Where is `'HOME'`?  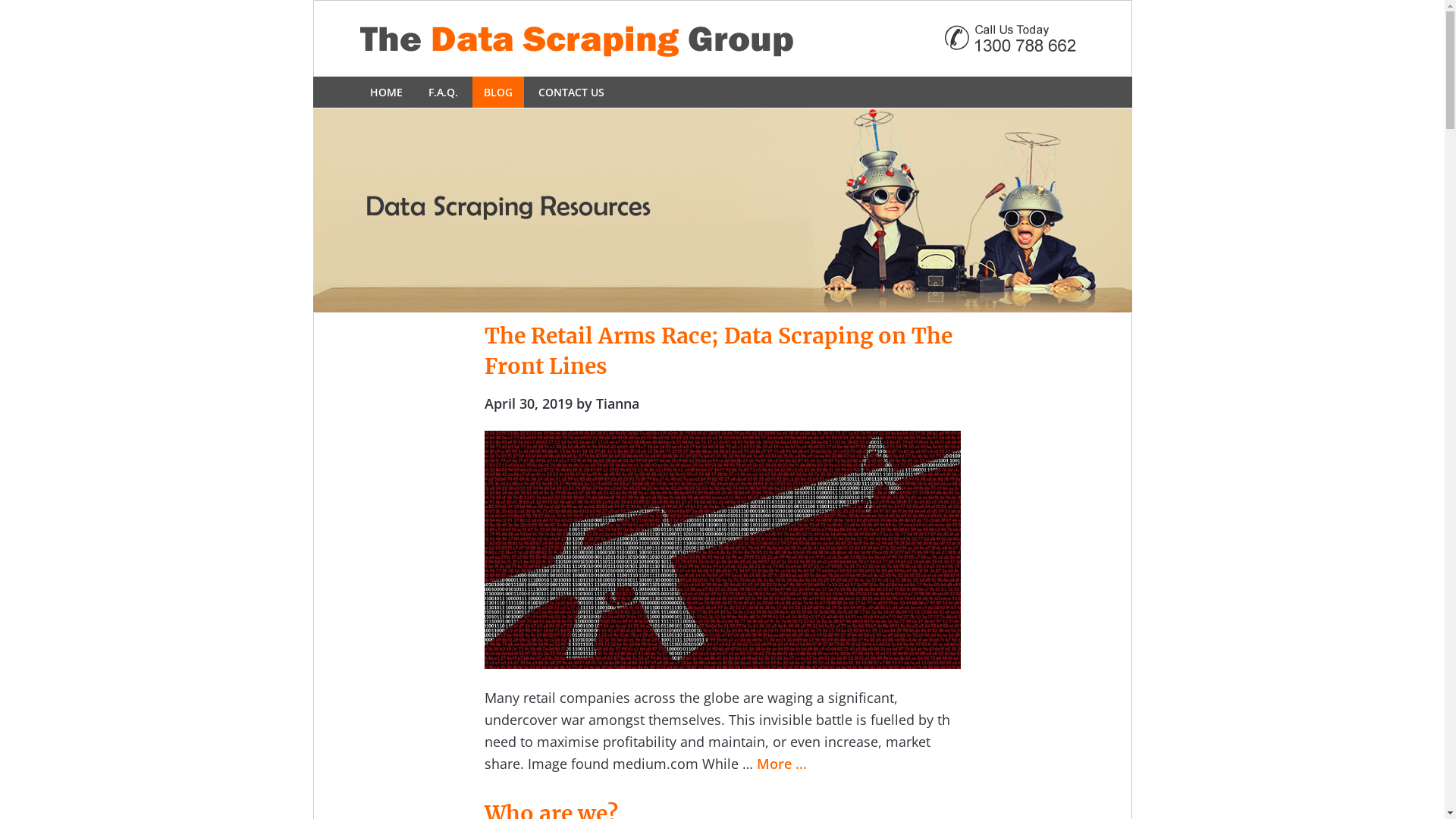 'HOME' is located at coordinates (356, 92).